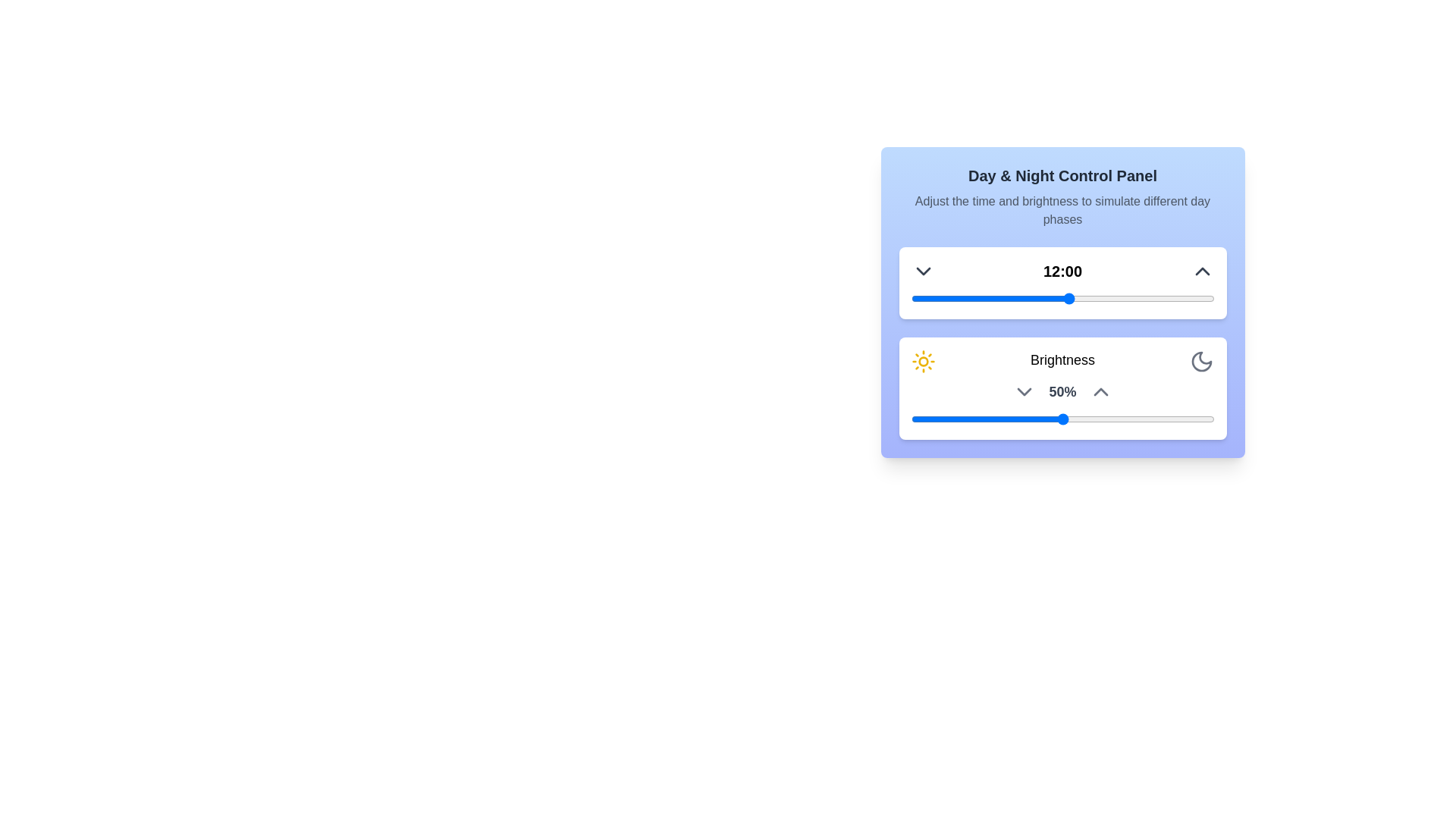 This screenshot has height=819, width=1456. Describe the element at coordinates (1025, 391) in the screenshot. I see `the chevron dropdown indicator located in the 'Day & Night Control Panel' UI` at that location.